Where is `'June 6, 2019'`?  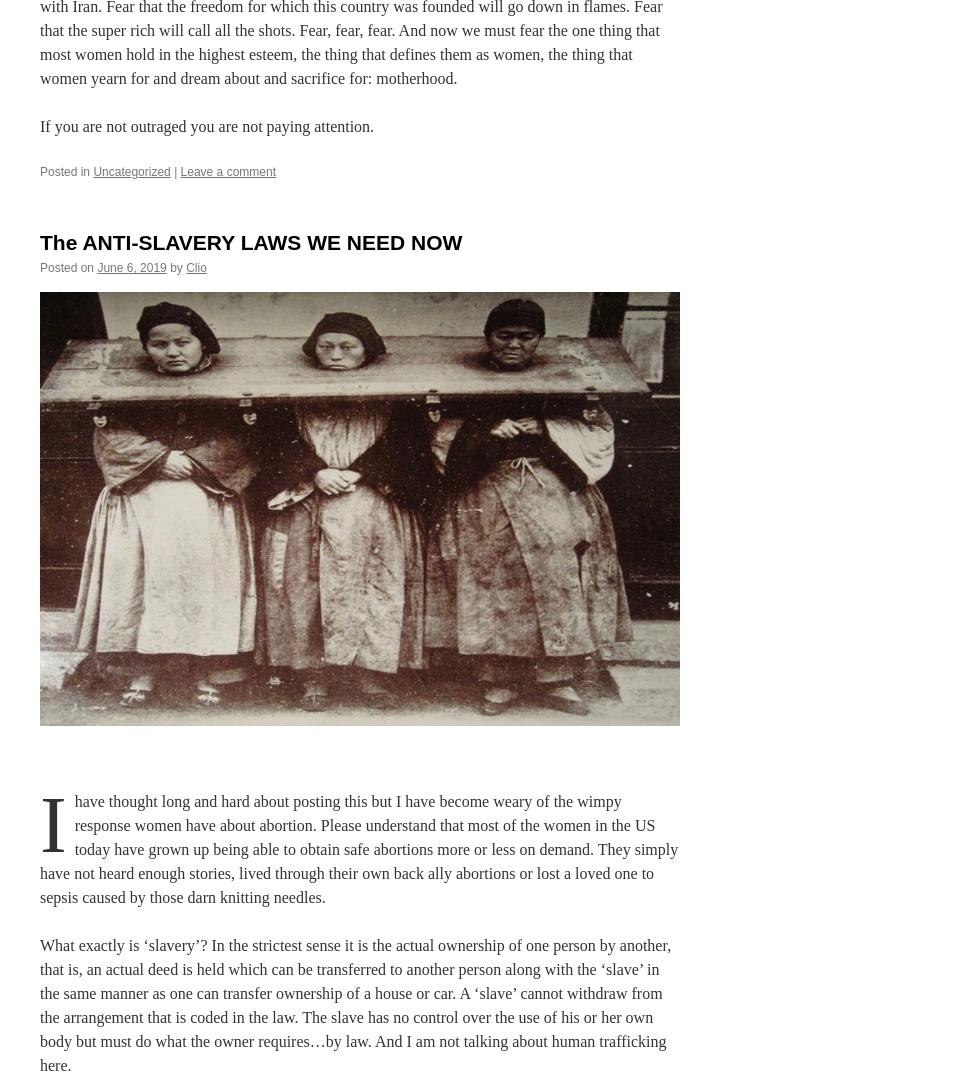 'June 6, 2019' is located at coordinates (131, 267).